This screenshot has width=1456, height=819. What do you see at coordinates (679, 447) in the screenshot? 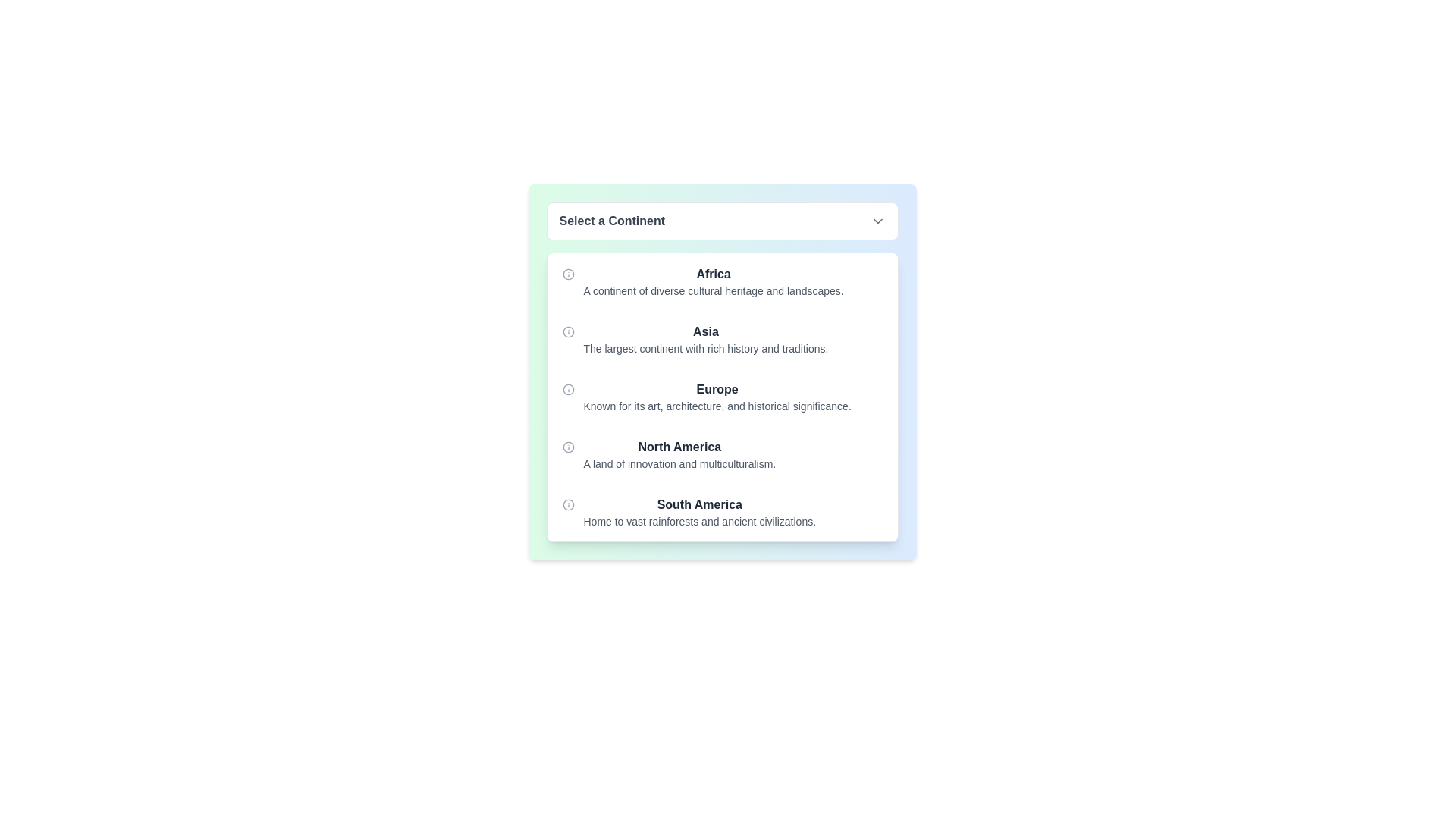
I see `the text label for 'North America', which is the fourth item in the list of continents, positioned between 'Europe' above and a description below` at bounding box center [679, 447].